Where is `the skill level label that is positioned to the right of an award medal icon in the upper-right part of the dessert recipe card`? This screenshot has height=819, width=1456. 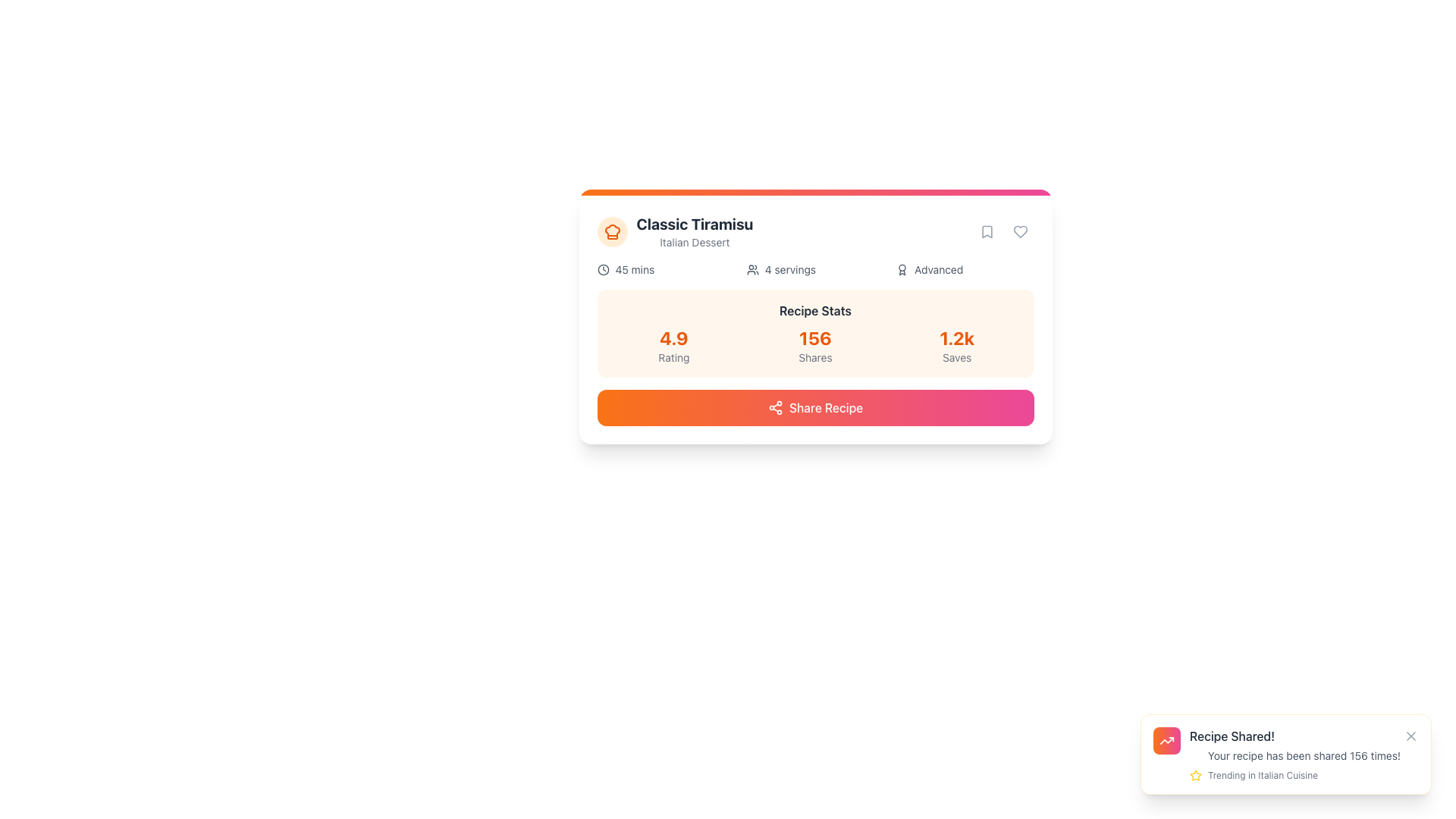 the skill level label that is positioned to the right of an award medal icon in the upper-right part of the dessert recipe card is located at coordinates (938, 268).